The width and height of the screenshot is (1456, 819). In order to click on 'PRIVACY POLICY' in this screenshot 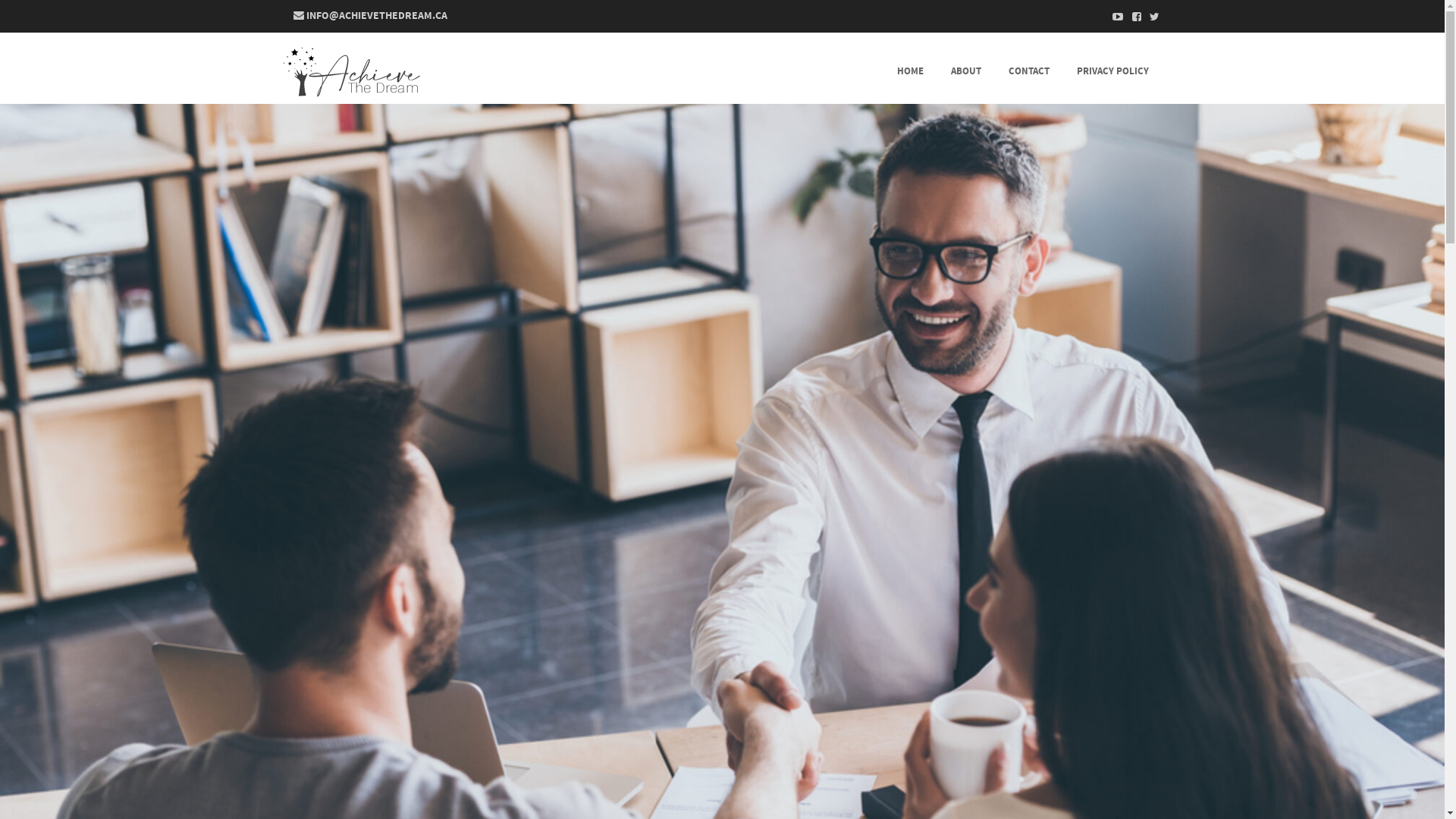, I will do `click(1112, 67)`.